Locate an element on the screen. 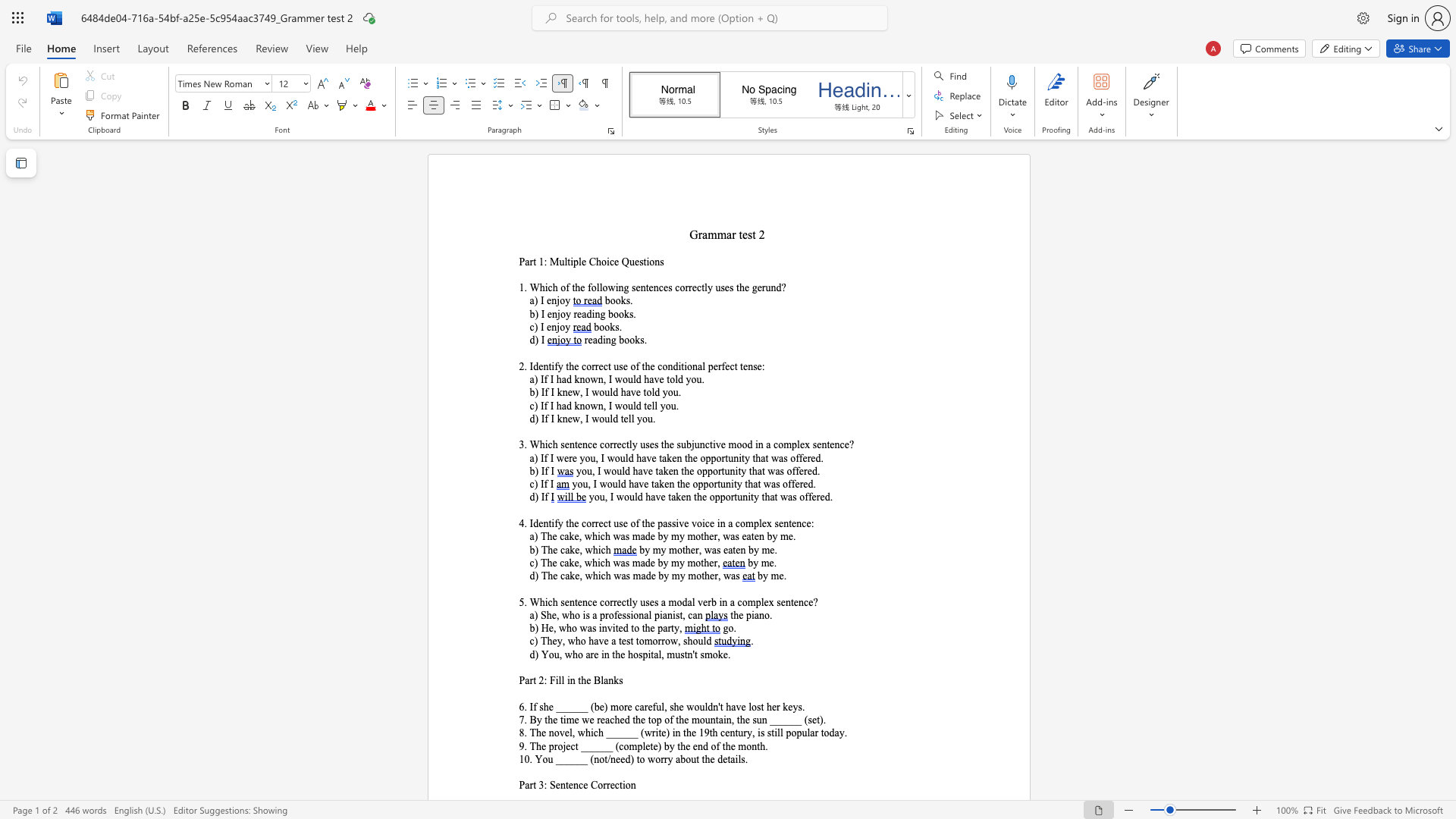 Image resolution: width=1456 pixels, height=819 pixels. the subset text "er" within the text "1. Which of the following sentences correctly uses the gerund?" is located at coordinates (757, 287).